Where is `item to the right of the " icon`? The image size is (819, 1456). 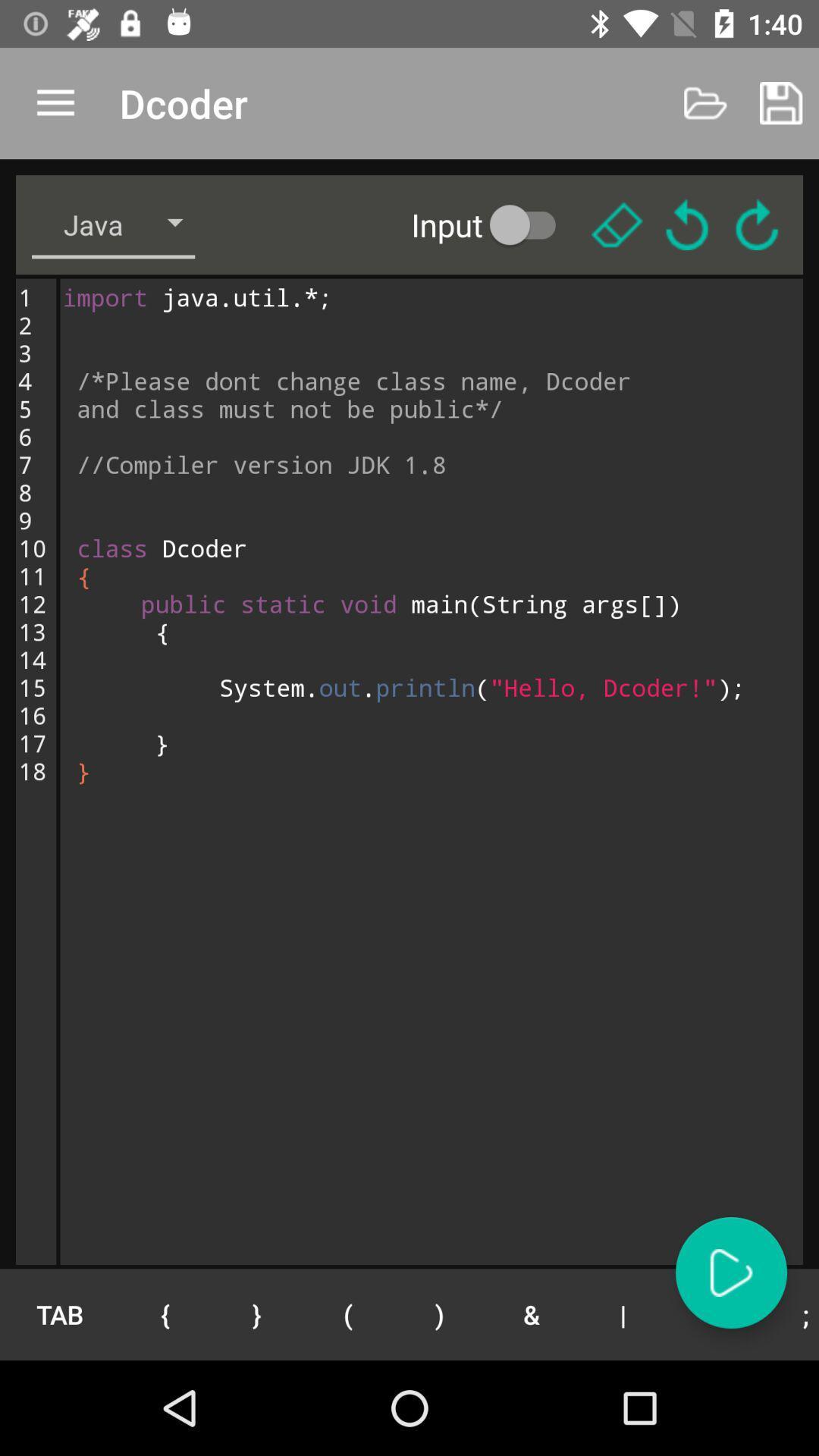 item to the right of the " icon is located at coordinates (789, 1313).